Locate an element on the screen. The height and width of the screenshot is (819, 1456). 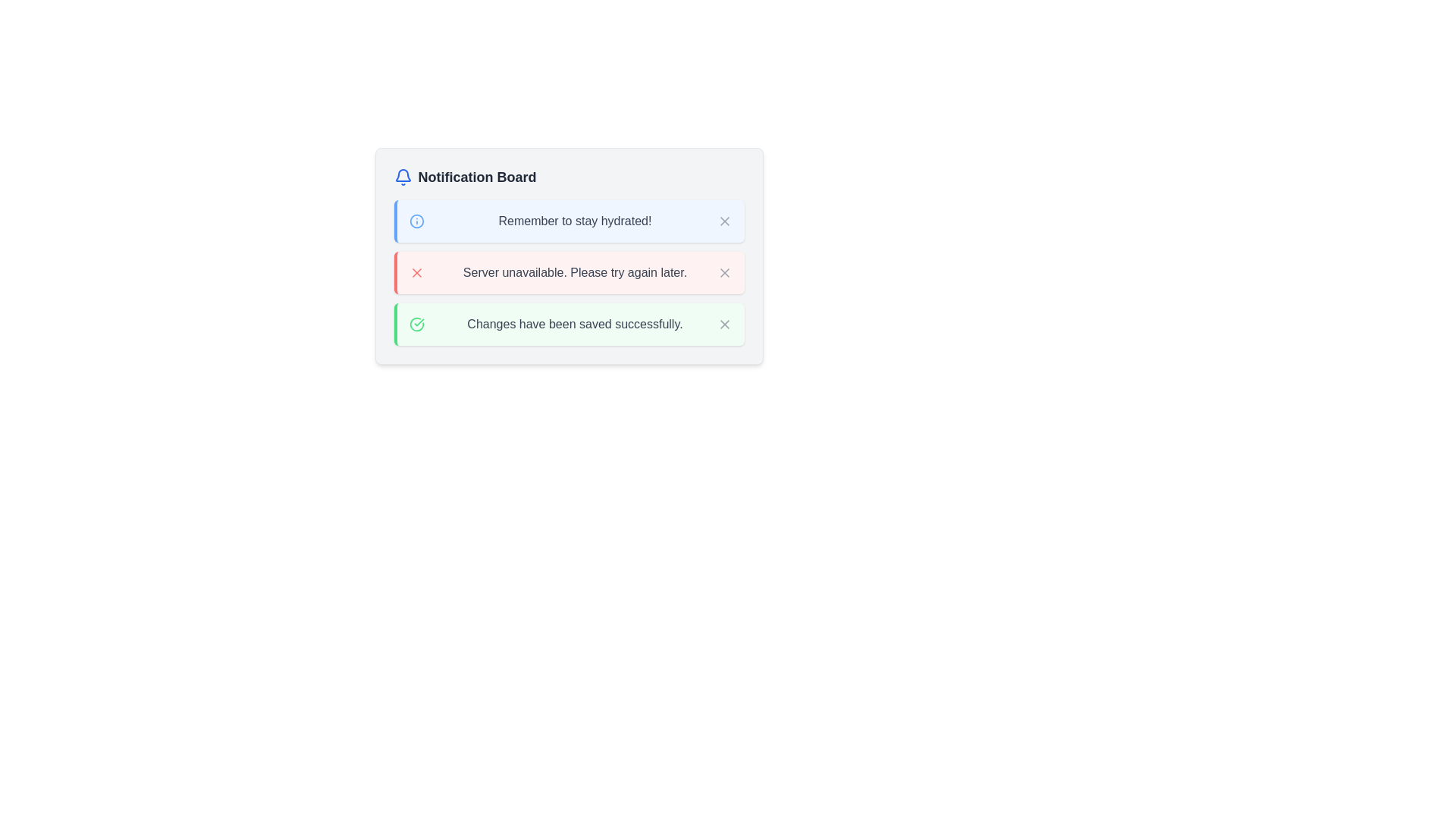
the close button located to the right of the text 'Server unavailable. Please try again later.' is located at coordinates (723, 271).